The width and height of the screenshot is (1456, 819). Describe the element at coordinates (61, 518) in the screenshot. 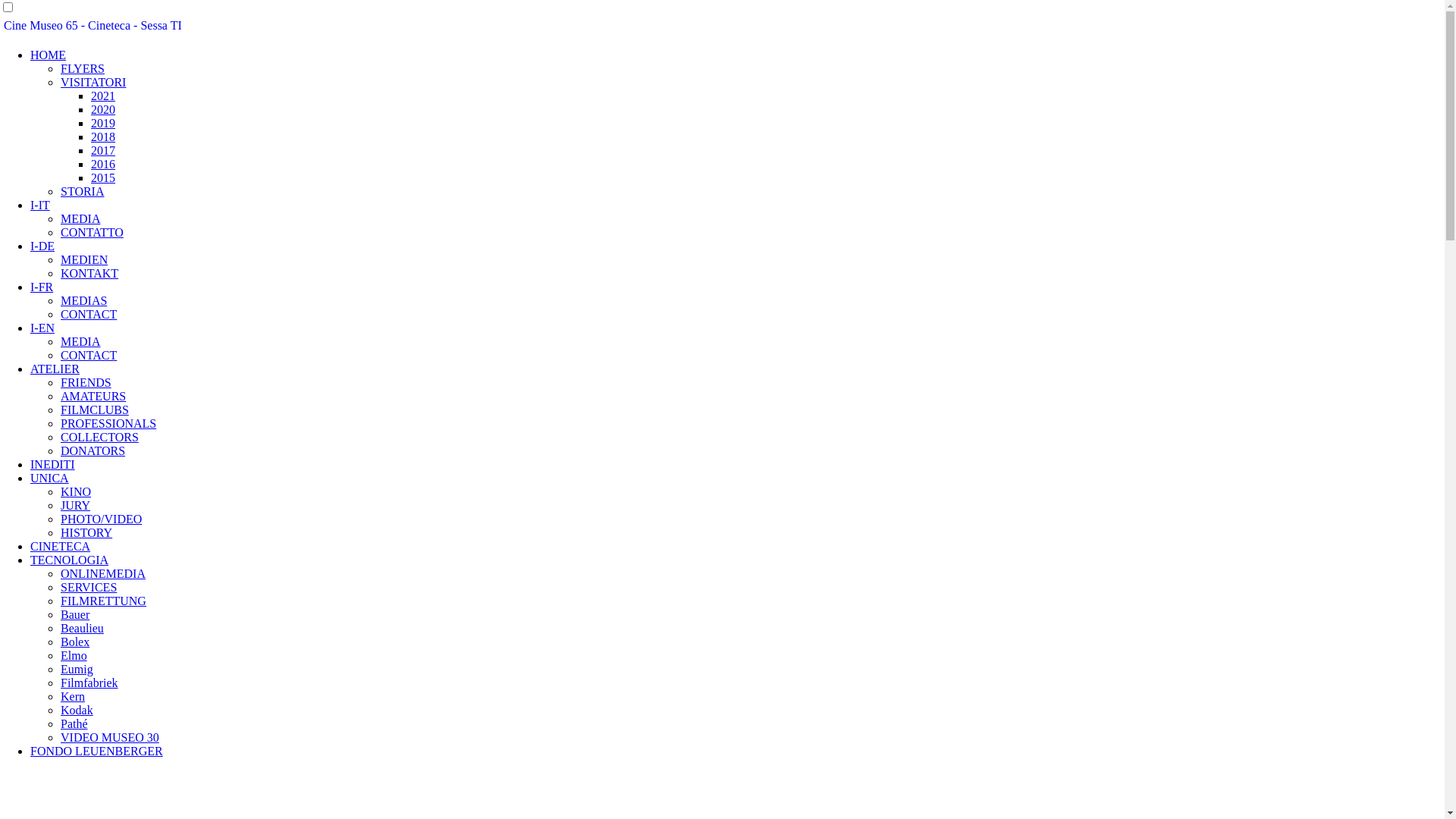

I see `'PHOTO/VIDEO'` at that location.